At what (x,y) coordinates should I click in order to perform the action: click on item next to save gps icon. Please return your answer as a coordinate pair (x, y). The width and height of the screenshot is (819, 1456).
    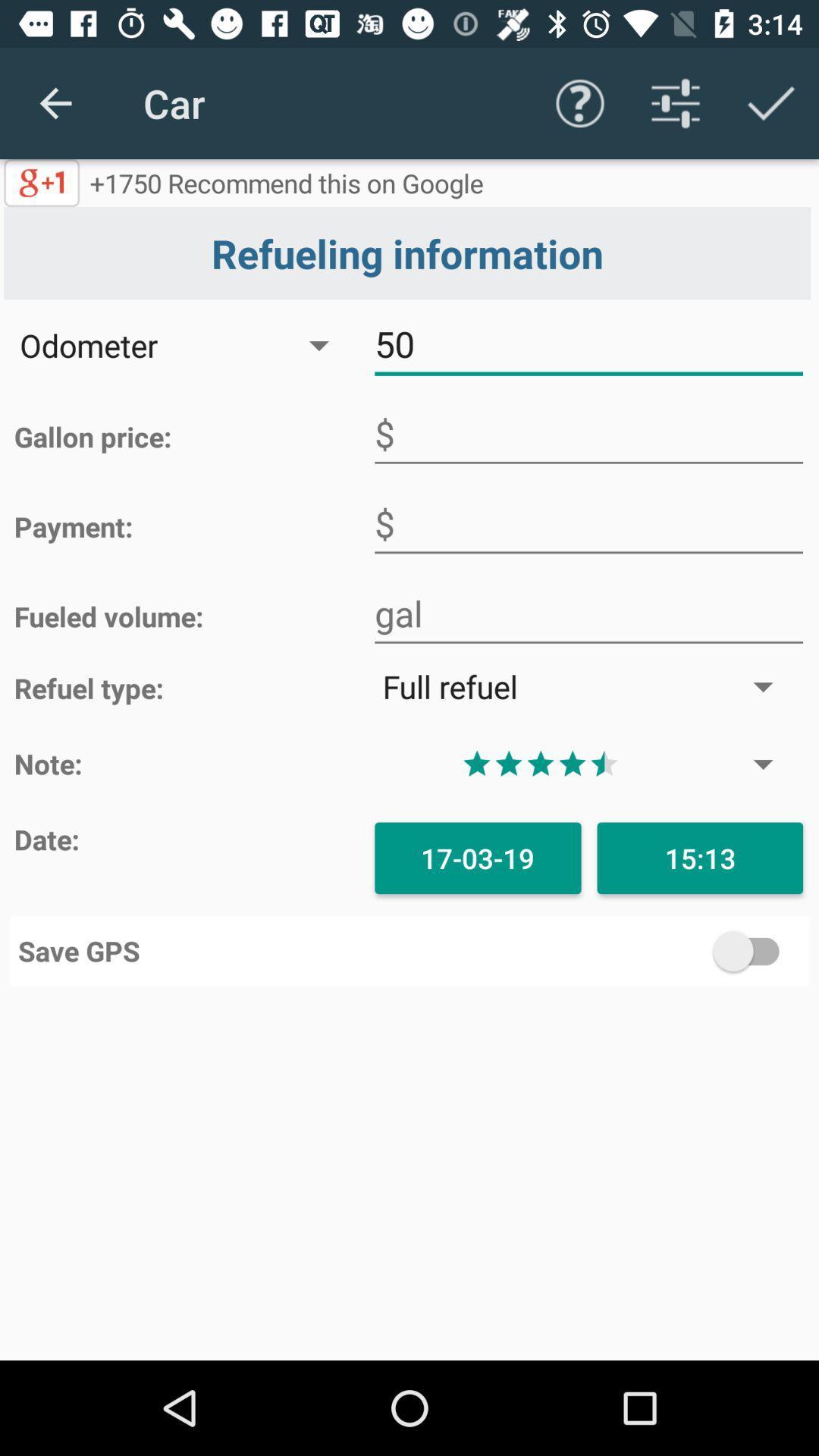
    Looking at the image, I should click on (604, 950).